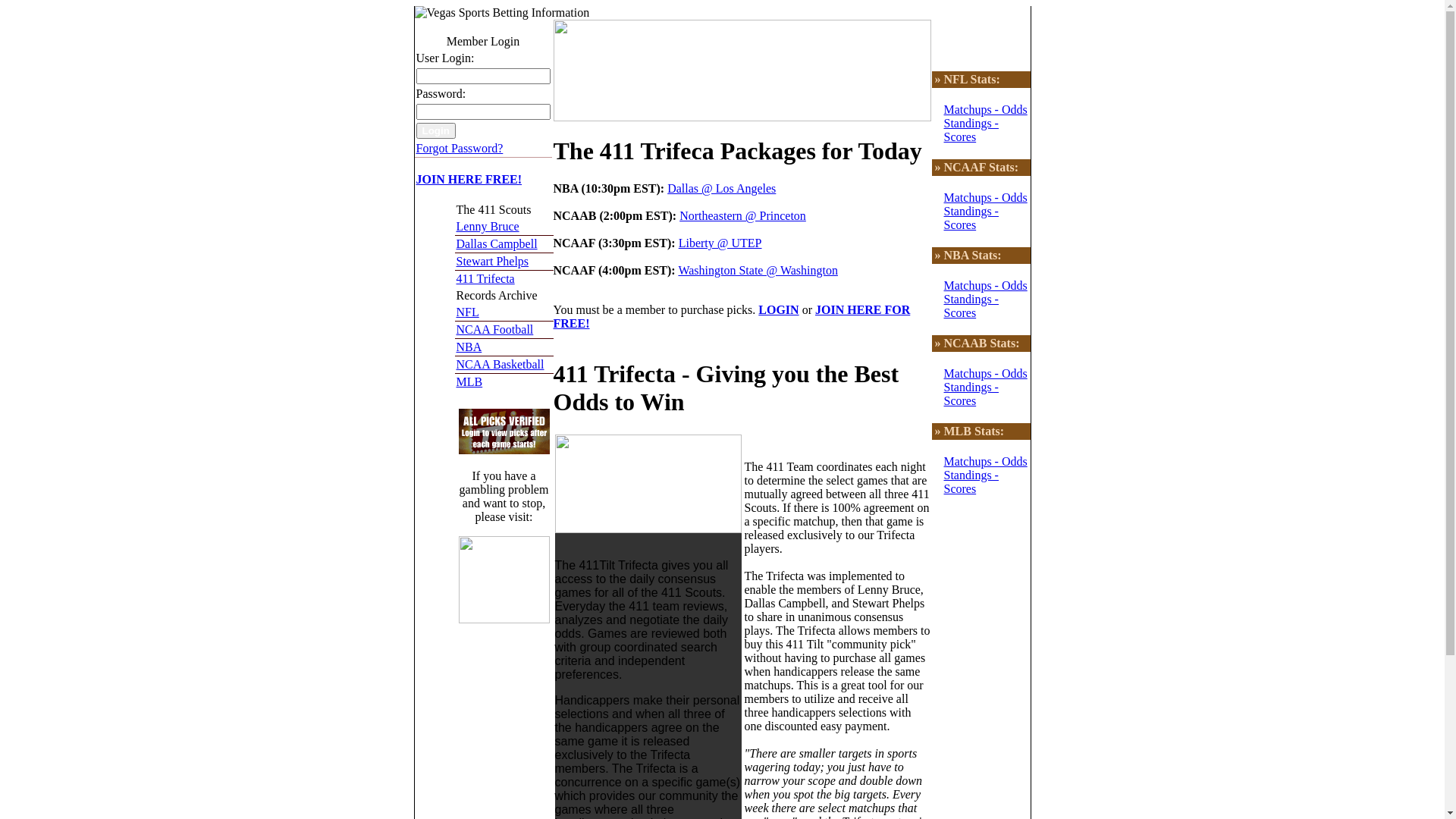 The width and height of the screenshot is (1456, 819). What do you see at coordinates (720, 187) in the screenshot?
I see `'Dallas @ Los Angeles'` at bounding box center [720, 187].